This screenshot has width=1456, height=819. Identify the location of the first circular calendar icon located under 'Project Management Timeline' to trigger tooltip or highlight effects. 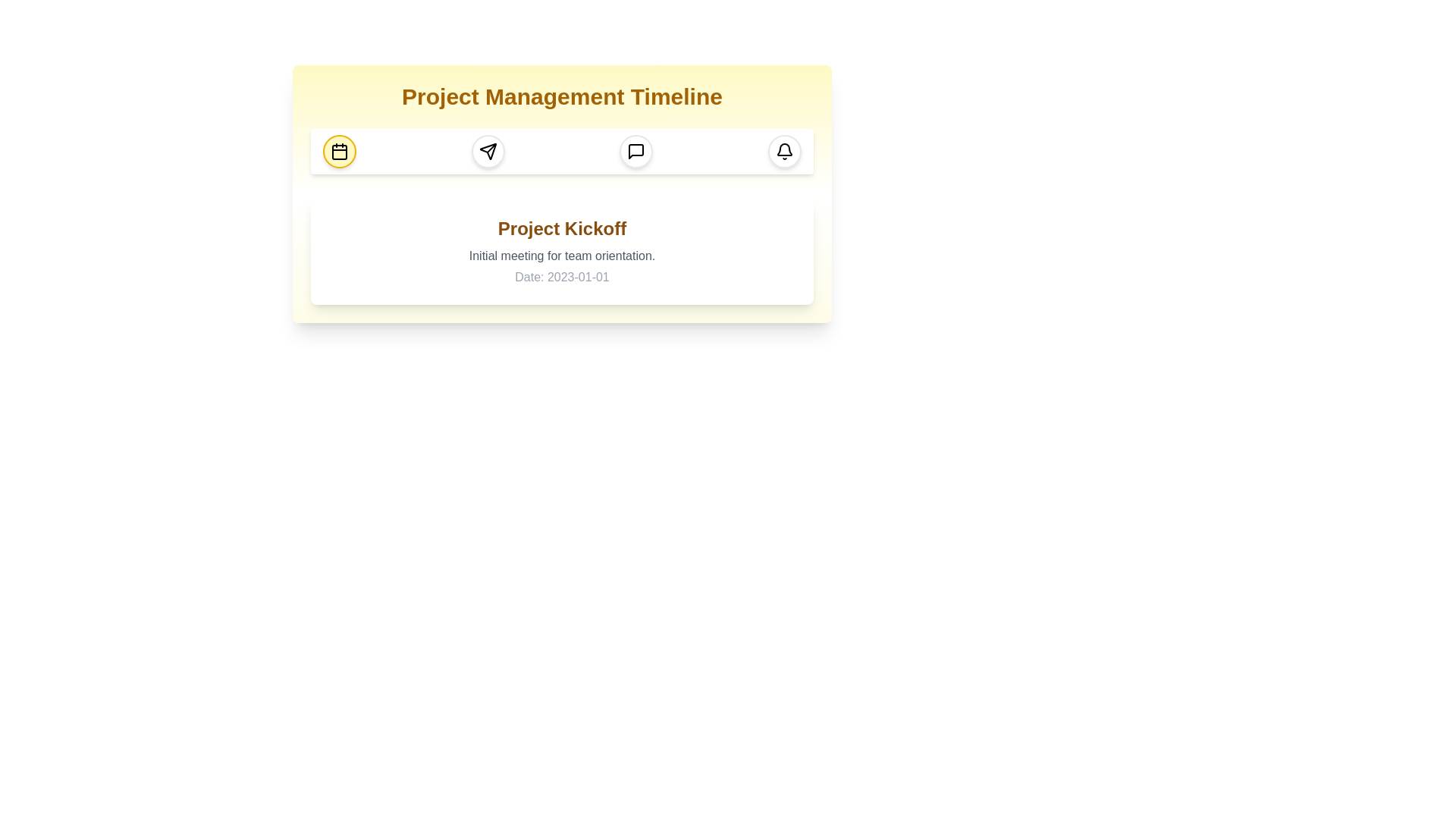
(338, 152).